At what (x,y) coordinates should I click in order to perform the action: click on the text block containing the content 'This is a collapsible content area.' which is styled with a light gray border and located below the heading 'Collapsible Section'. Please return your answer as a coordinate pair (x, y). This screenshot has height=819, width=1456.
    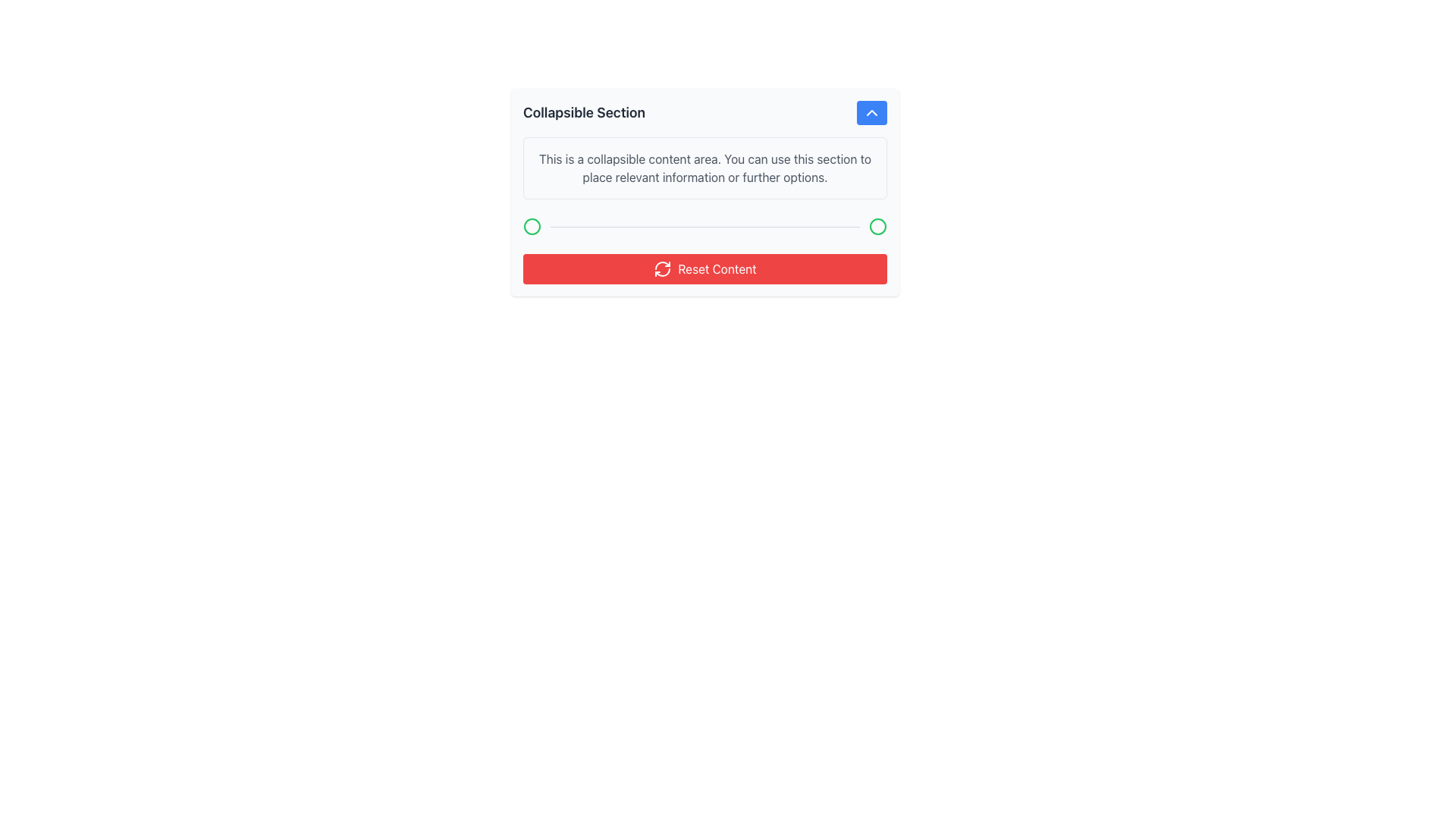
    Looking at the image, I should click on (704, 168).